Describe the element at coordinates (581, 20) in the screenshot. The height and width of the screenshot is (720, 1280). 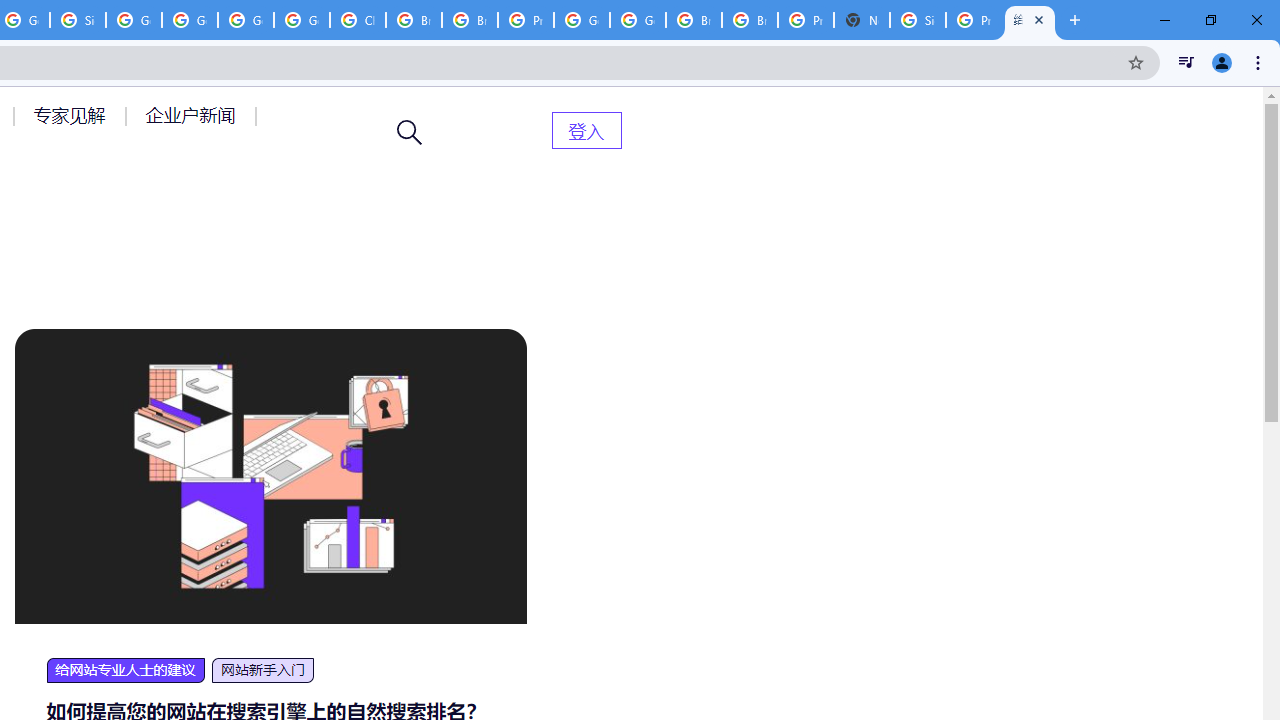
I see `'Google Cloud Platform'` at that location.